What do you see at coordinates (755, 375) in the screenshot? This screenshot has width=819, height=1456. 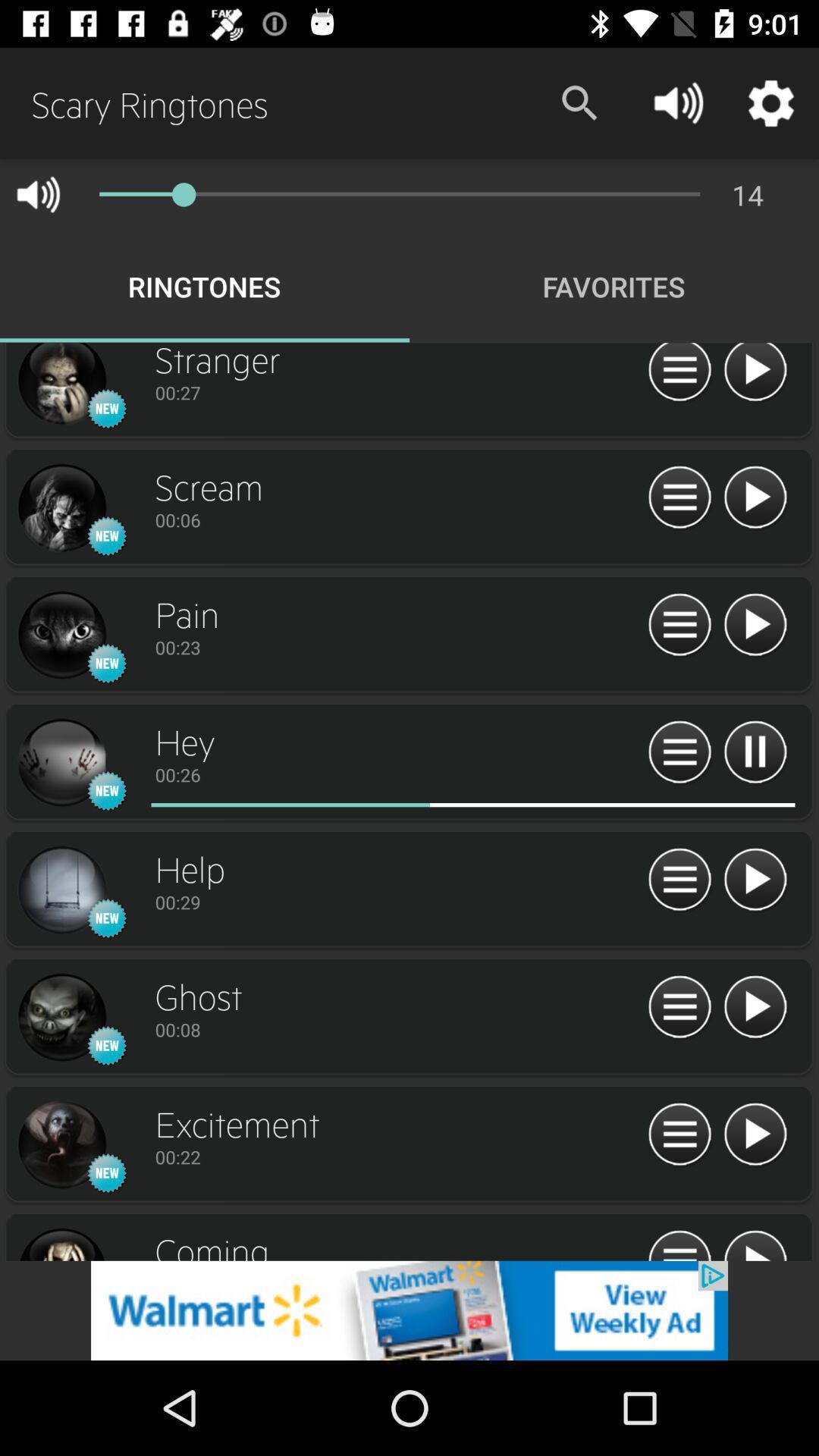 I see `song` at bounding box center [755, 375].